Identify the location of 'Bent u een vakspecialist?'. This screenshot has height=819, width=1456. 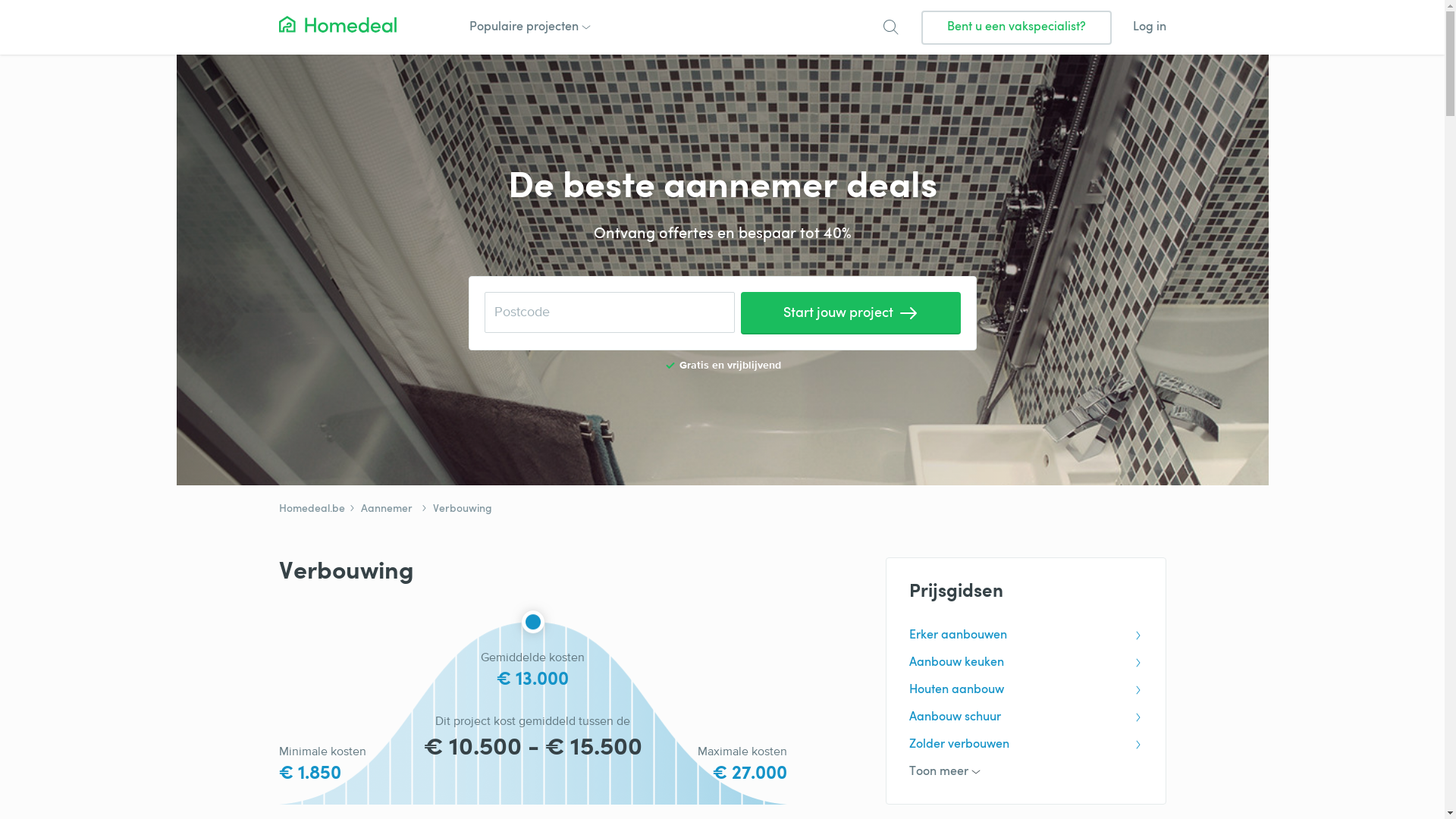
(1015, 27).